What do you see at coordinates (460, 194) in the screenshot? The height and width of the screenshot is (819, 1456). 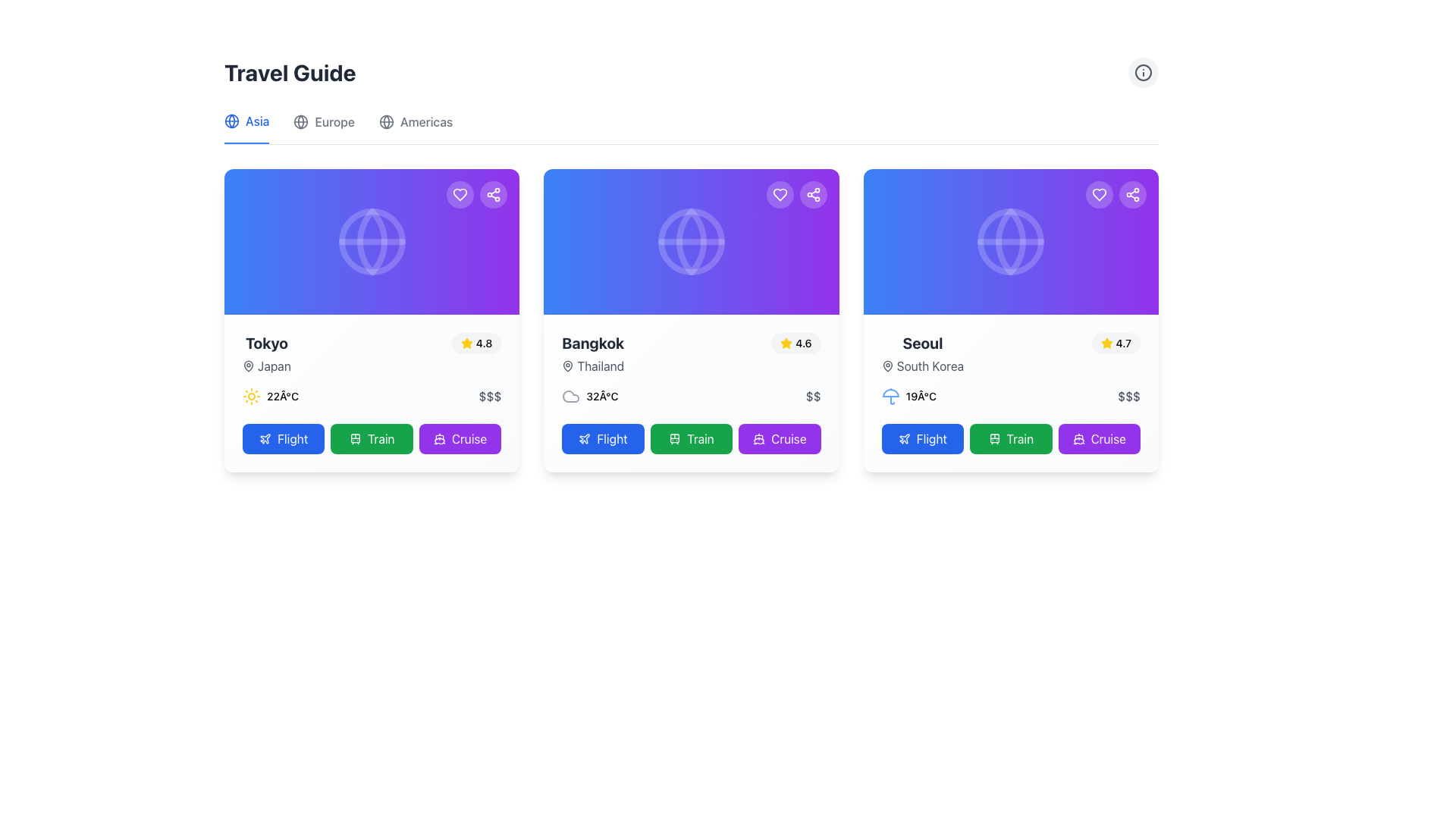 I see `the circular button with a white heart icon located at the top-right corner of the 'Tokyo' card in the travel guide interface` at bounding box center [460, 194].